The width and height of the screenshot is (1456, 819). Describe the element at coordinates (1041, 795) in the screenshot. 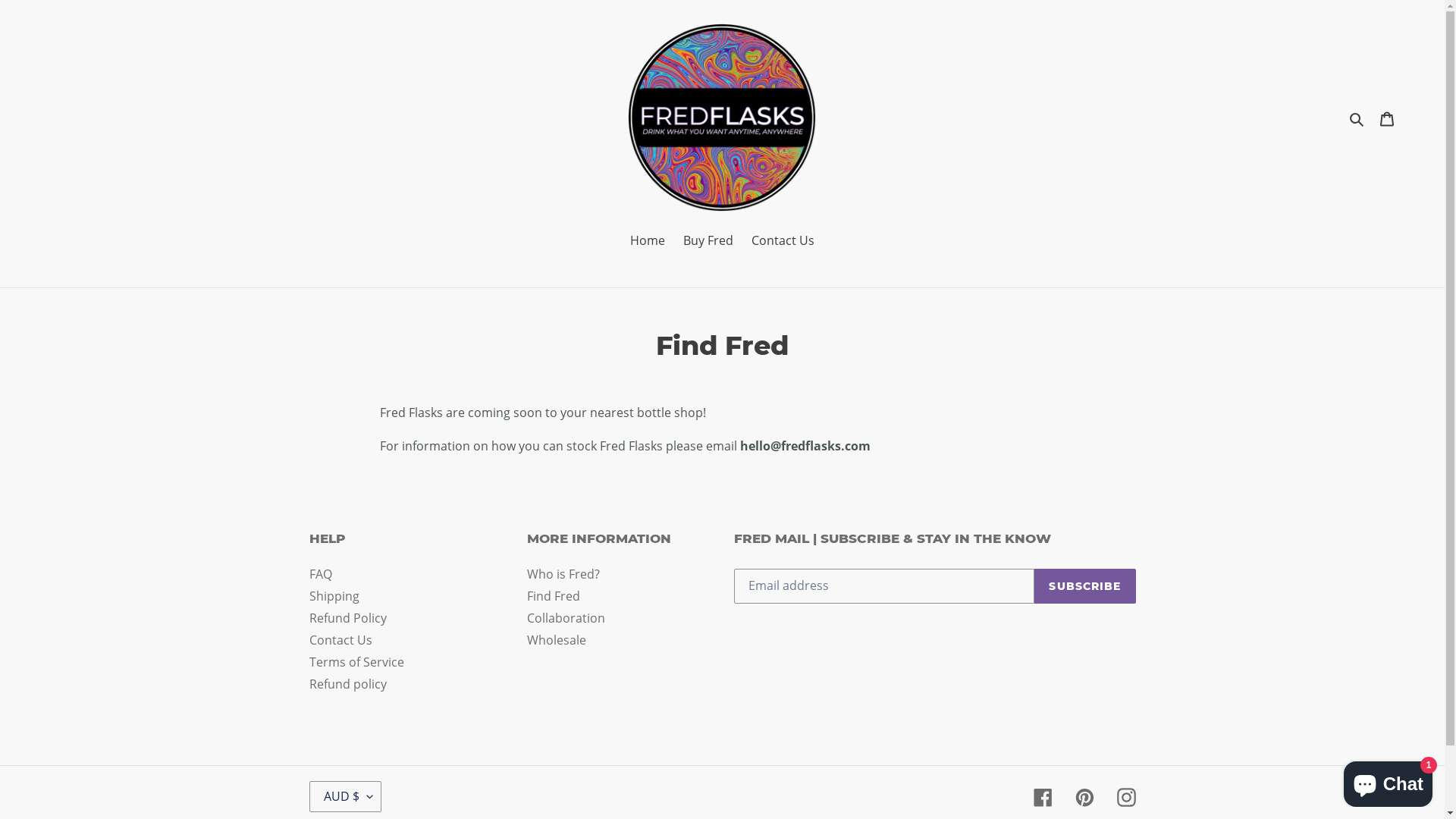

I see `'Facebook'` at that location.